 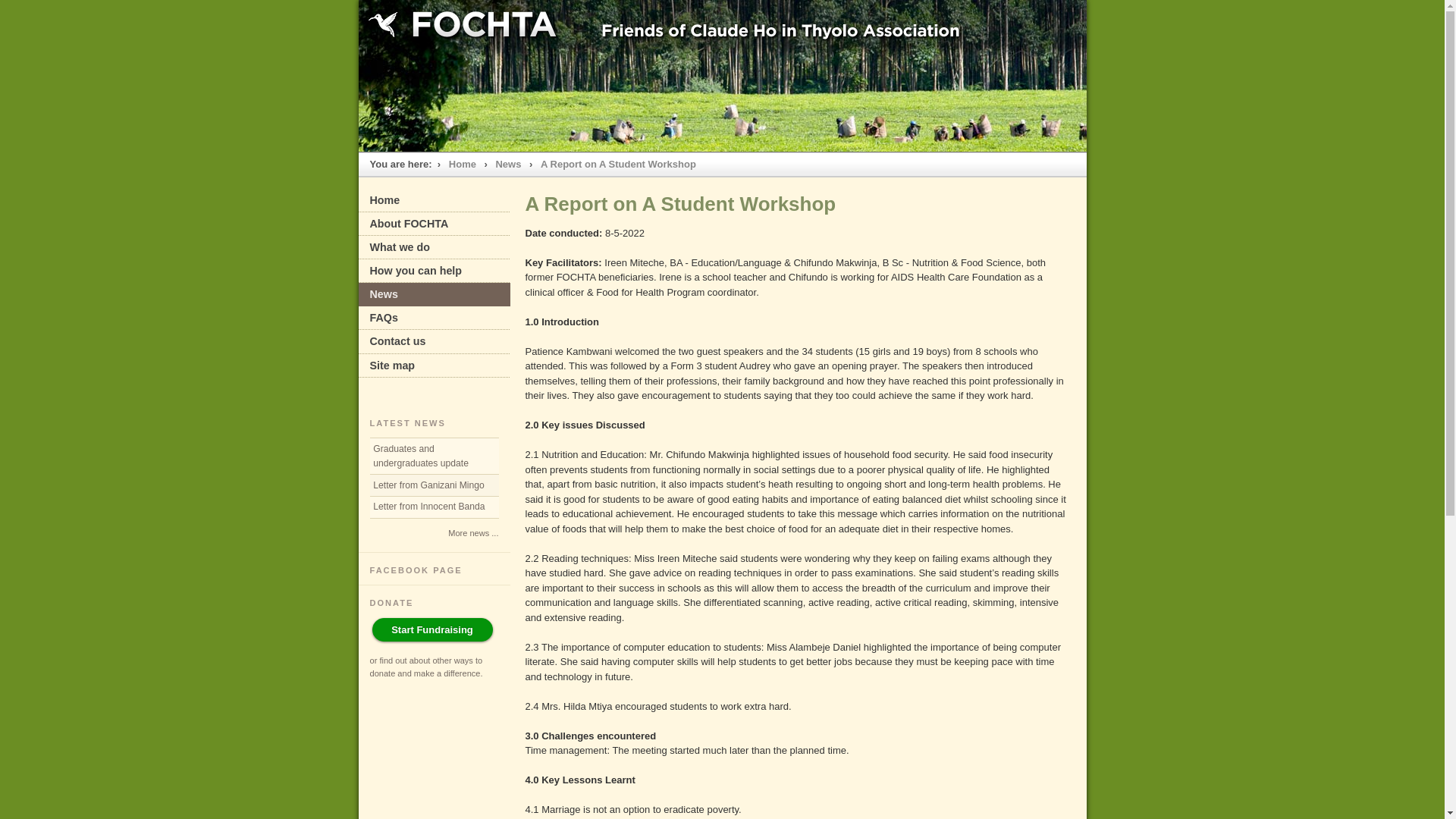 What do you see at coordinates (432, 224) in the screenshot?
I see `'About FOCHTA'` at bounding box center [432, 224].